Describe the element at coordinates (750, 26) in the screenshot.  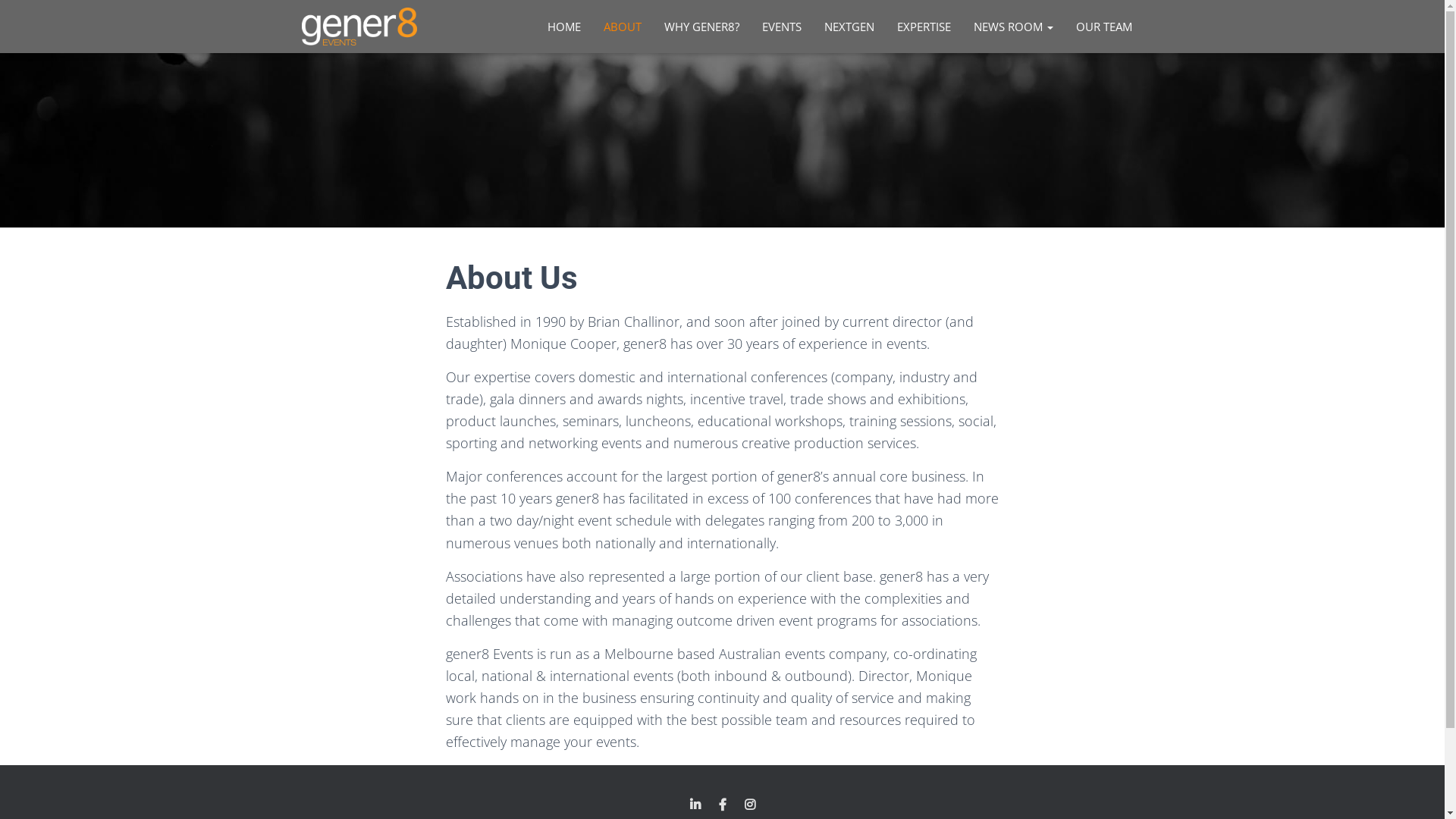
I see `'EVENTS'` at that location.